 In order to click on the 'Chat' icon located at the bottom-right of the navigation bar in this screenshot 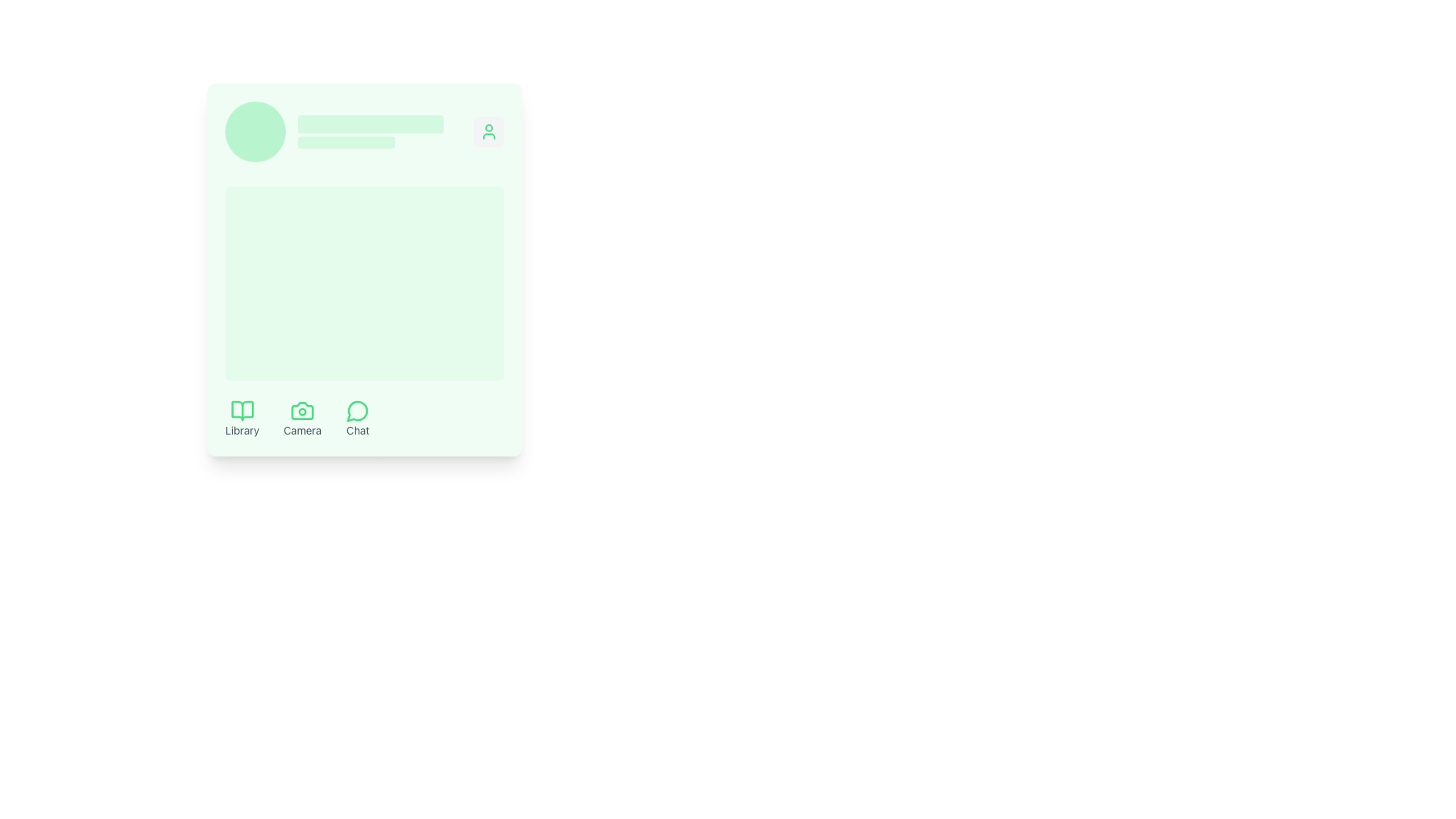, I will do `click(357, 411)`.